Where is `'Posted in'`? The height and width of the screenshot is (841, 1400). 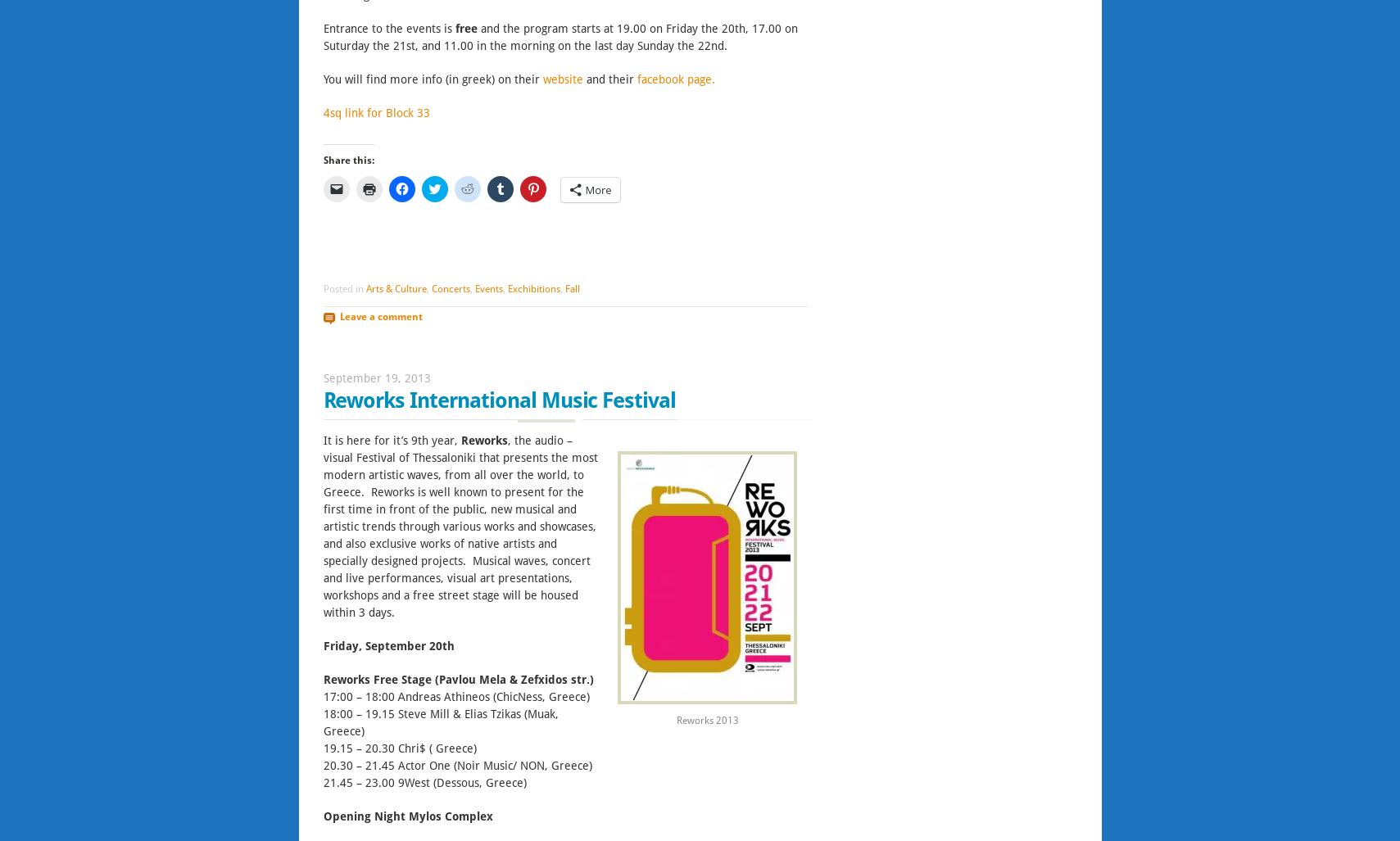
'Posted in' is located at coordinates (343, 288).